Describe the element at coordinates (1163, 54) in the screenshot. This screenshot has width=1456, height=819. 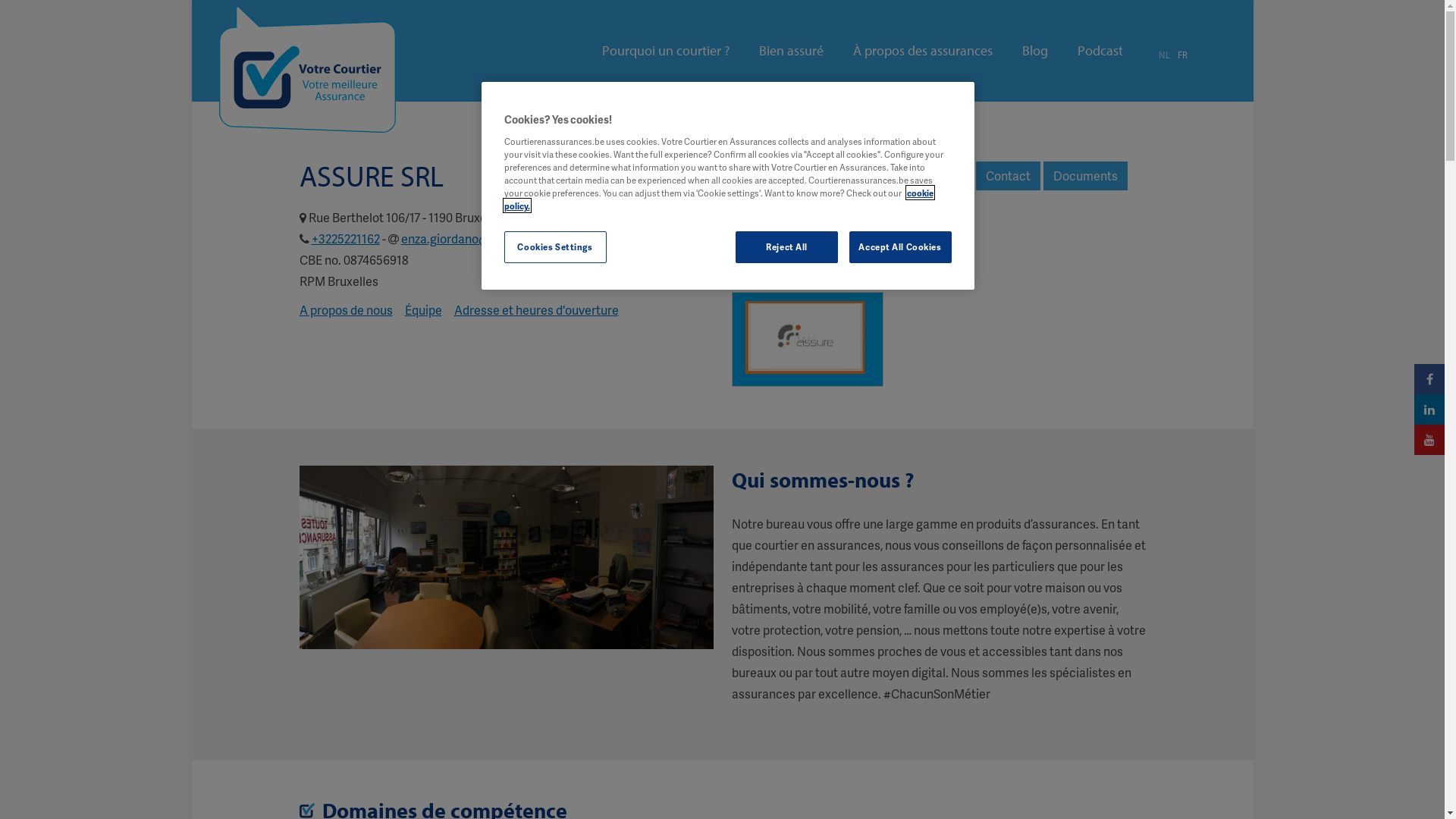
I see `'NL'` at that location.